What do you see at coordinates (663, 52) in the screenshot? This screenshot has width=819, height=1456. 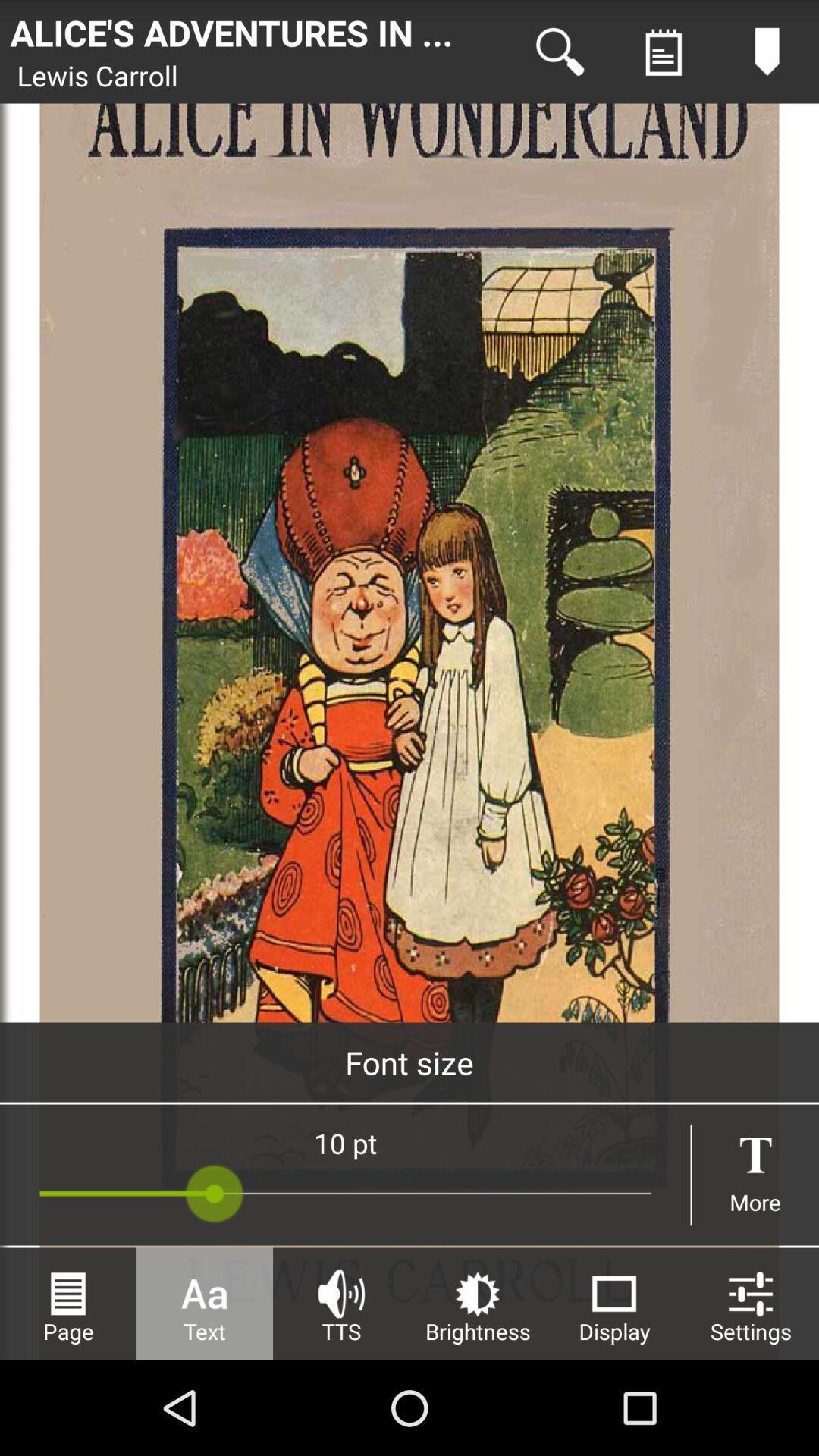 I see `file` at bounding box center [663, 52].